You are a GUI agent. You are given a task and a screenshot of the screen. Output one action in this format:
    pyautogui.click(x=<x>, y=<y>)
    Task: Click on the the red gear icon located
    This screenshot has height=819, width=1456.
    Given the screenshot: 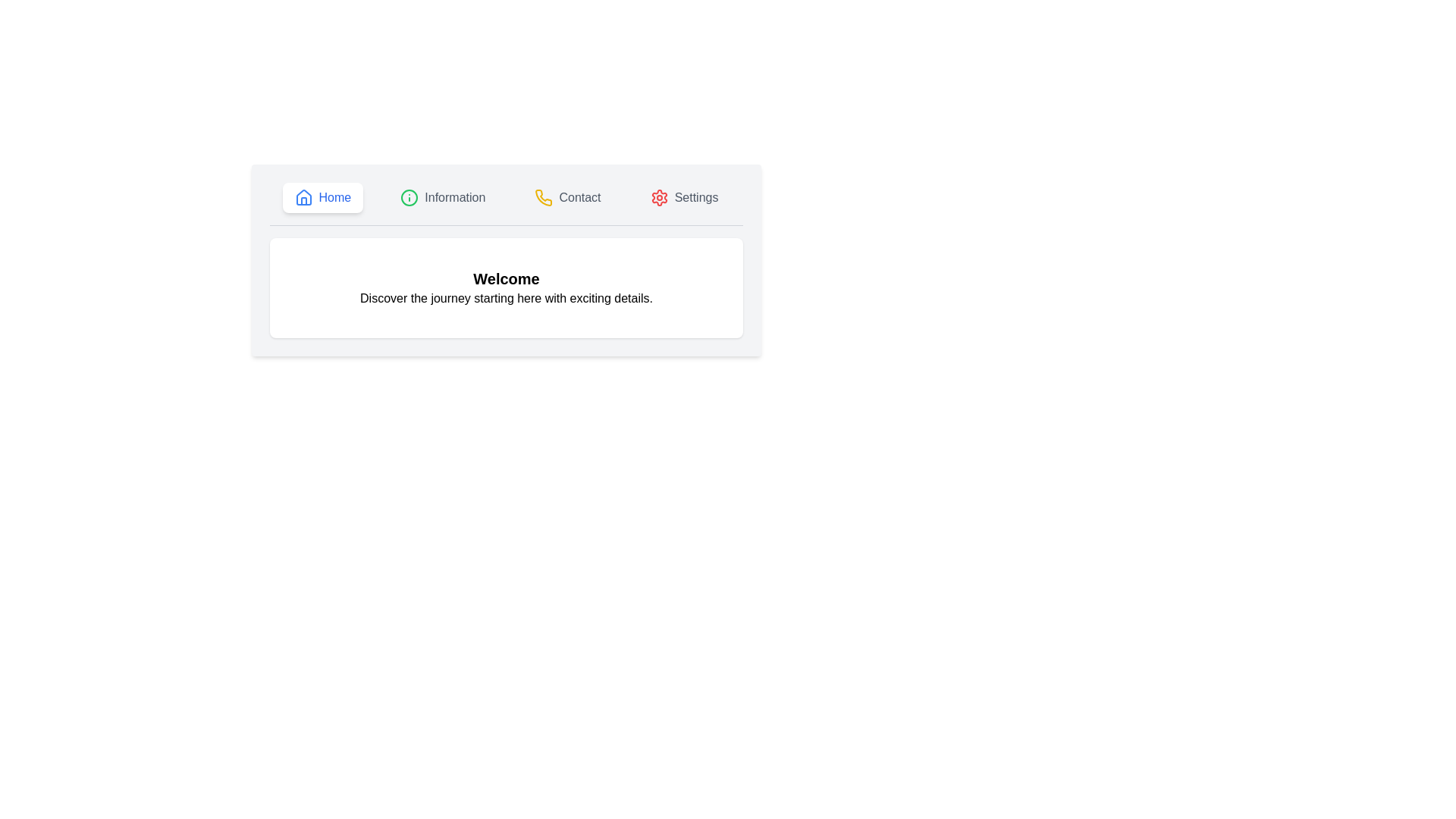 What is the action you would take?
    pyautogui.click(x=659, y=197)
    